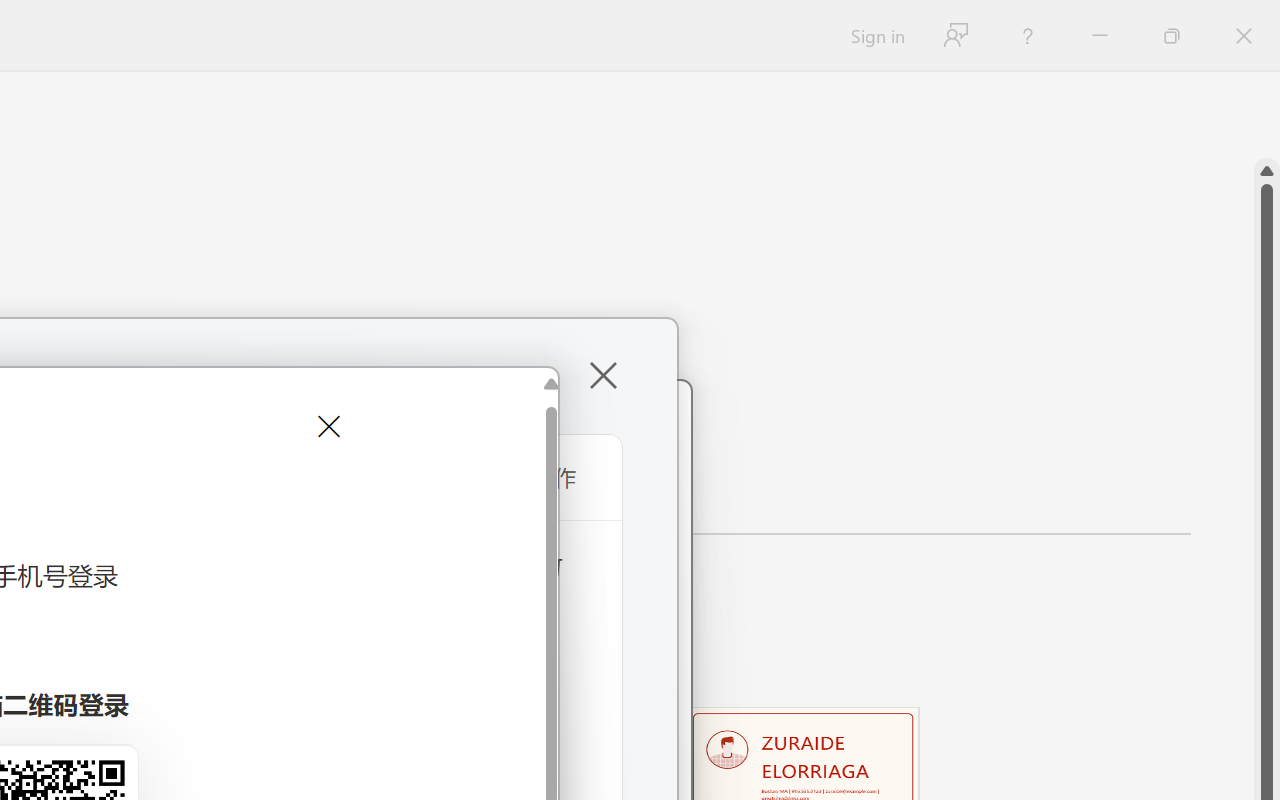 This screenshot has height=800, width=1280. I want to click on 'Cancel', so click(327, 426).